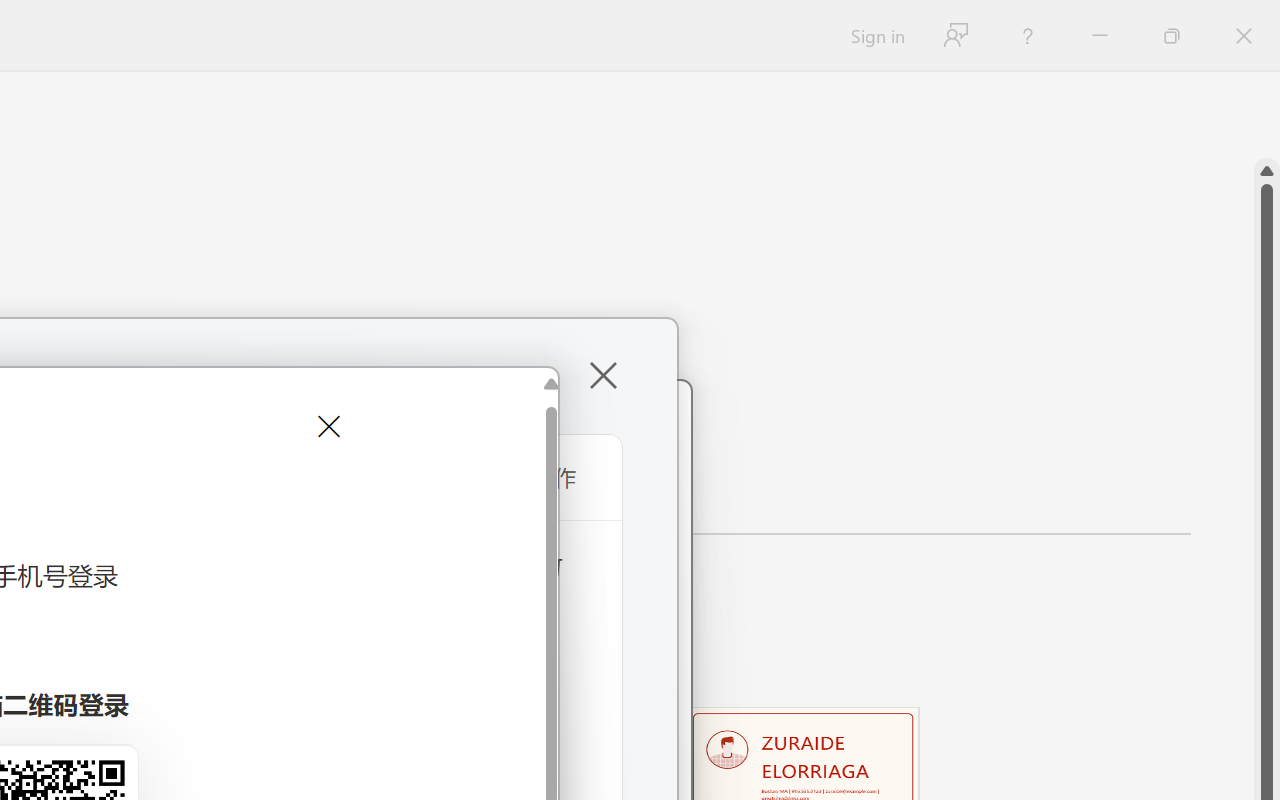 This screenshot has height=800, width=1280. I want to click on 'Cancel', so click(327, 426).